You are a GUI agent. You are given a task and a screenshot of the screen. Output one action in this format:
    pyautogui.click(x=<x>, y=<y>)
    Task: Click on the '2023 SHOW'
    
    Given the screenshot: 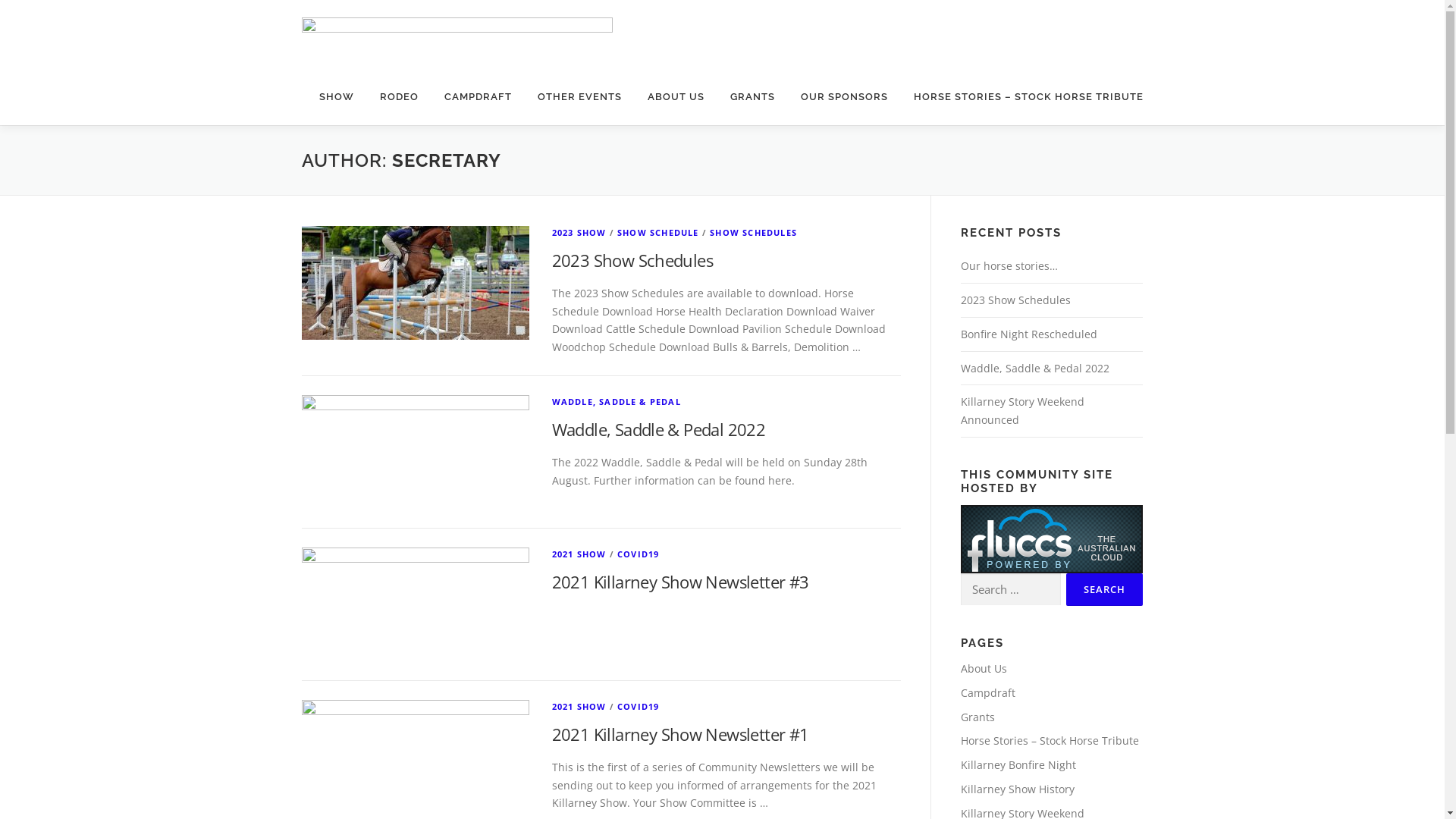 What is the action you would take?
    pyautogui.click(x=551, y=232)
    